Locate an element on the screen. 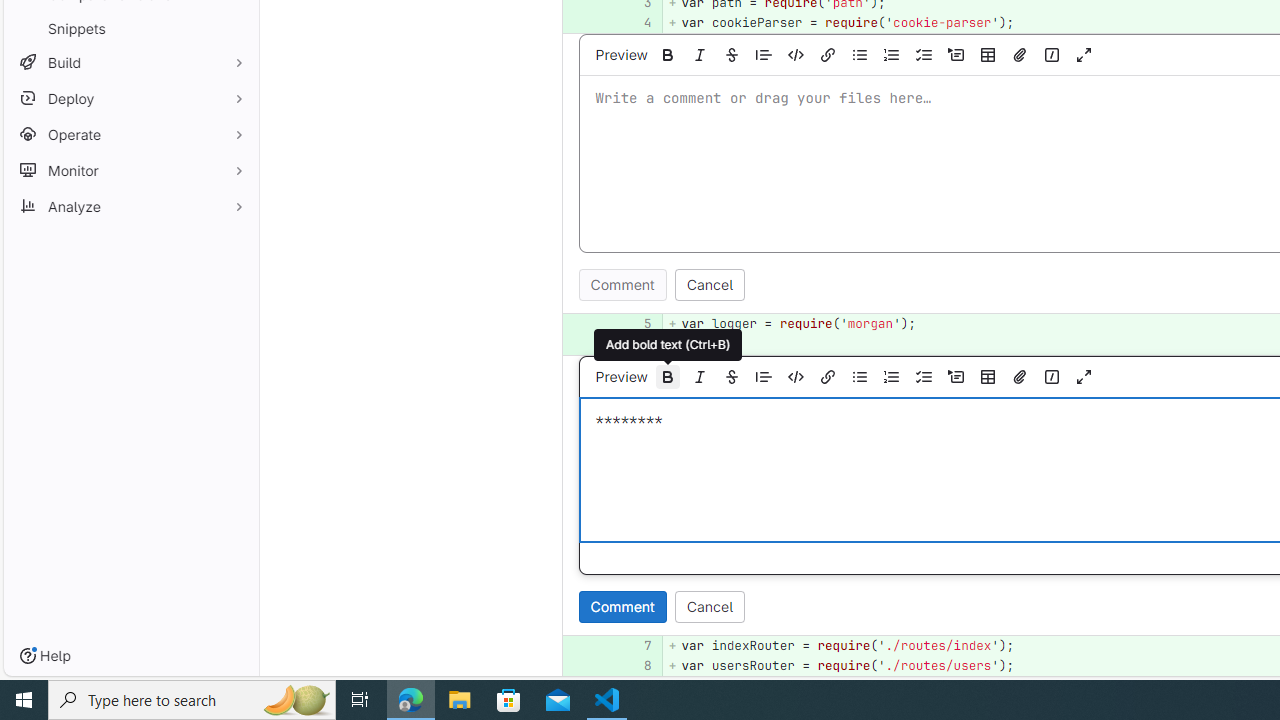 This screenshot has width=1280, height=720. 'Add a comment to this line' is located at coordinates (561, 666).